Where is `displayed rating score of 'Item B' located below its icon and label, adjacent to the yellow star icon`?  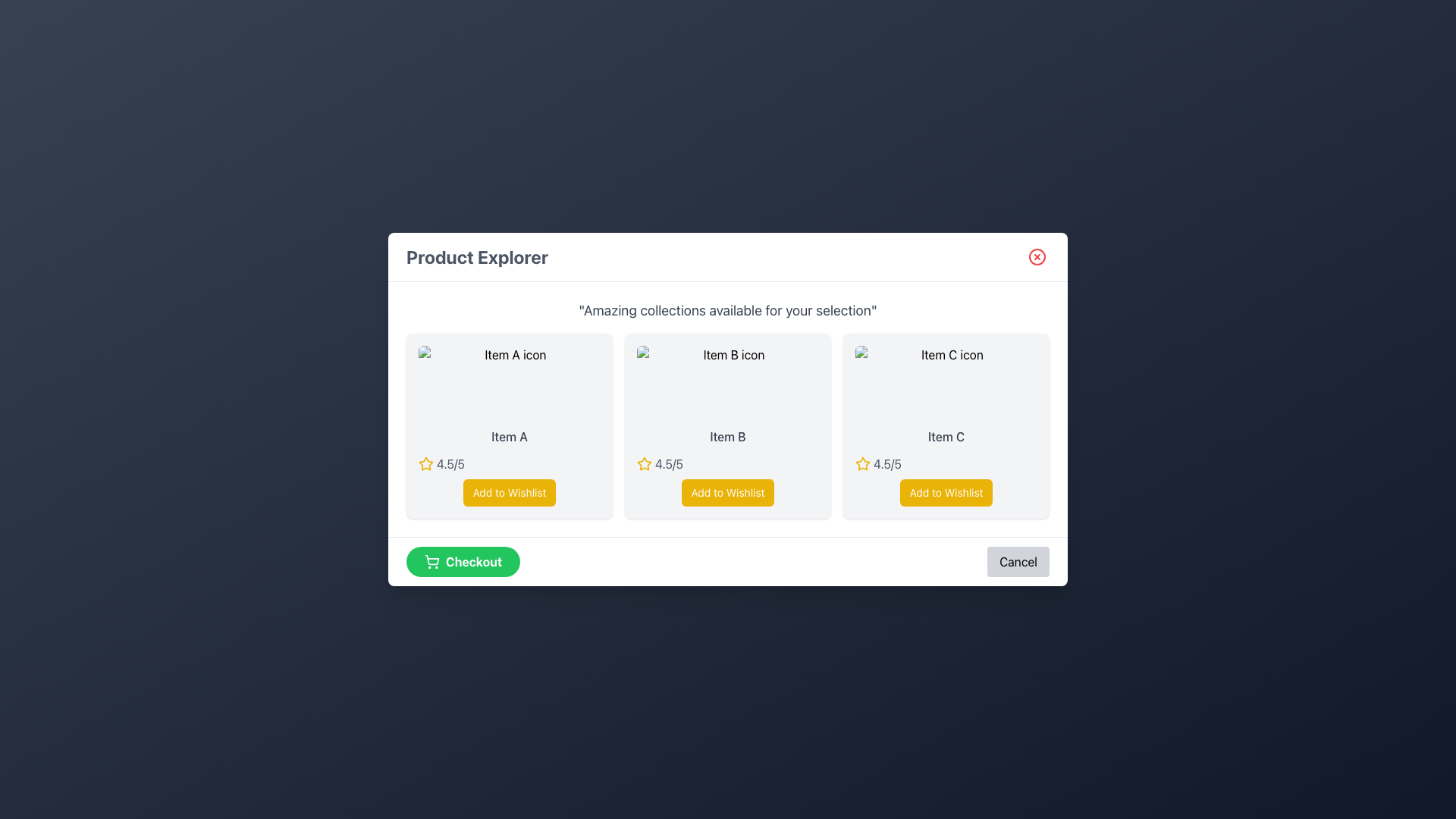 displayed rating score of 'Item B' located below its icon and label, adjacent to the yellow star icon is located at coordinates (668, 463).